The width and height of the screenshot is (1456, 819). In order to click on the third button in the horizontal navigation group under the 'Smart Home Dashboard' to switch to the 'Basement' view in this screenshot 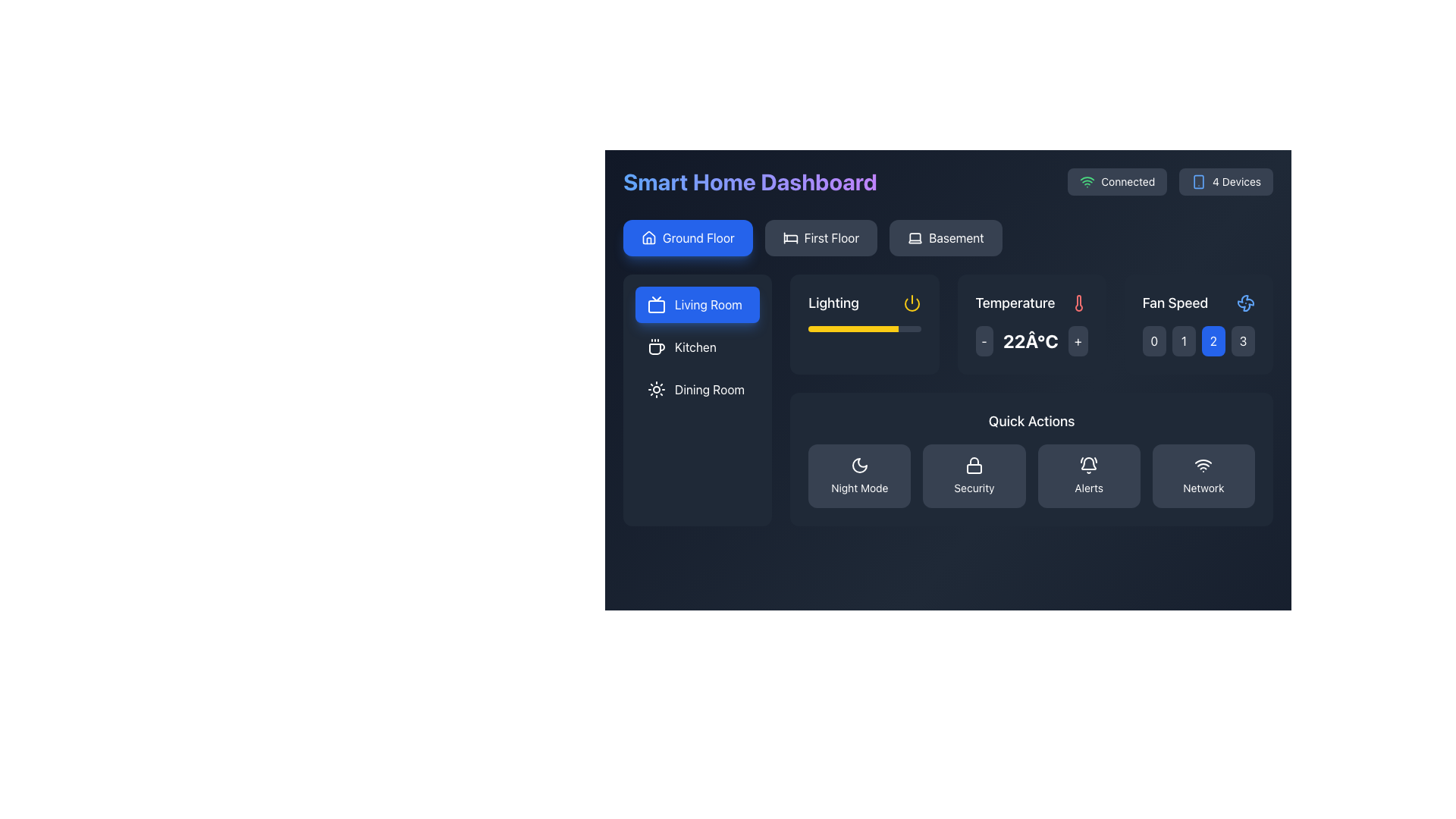, I will do `click(946, 237)`.